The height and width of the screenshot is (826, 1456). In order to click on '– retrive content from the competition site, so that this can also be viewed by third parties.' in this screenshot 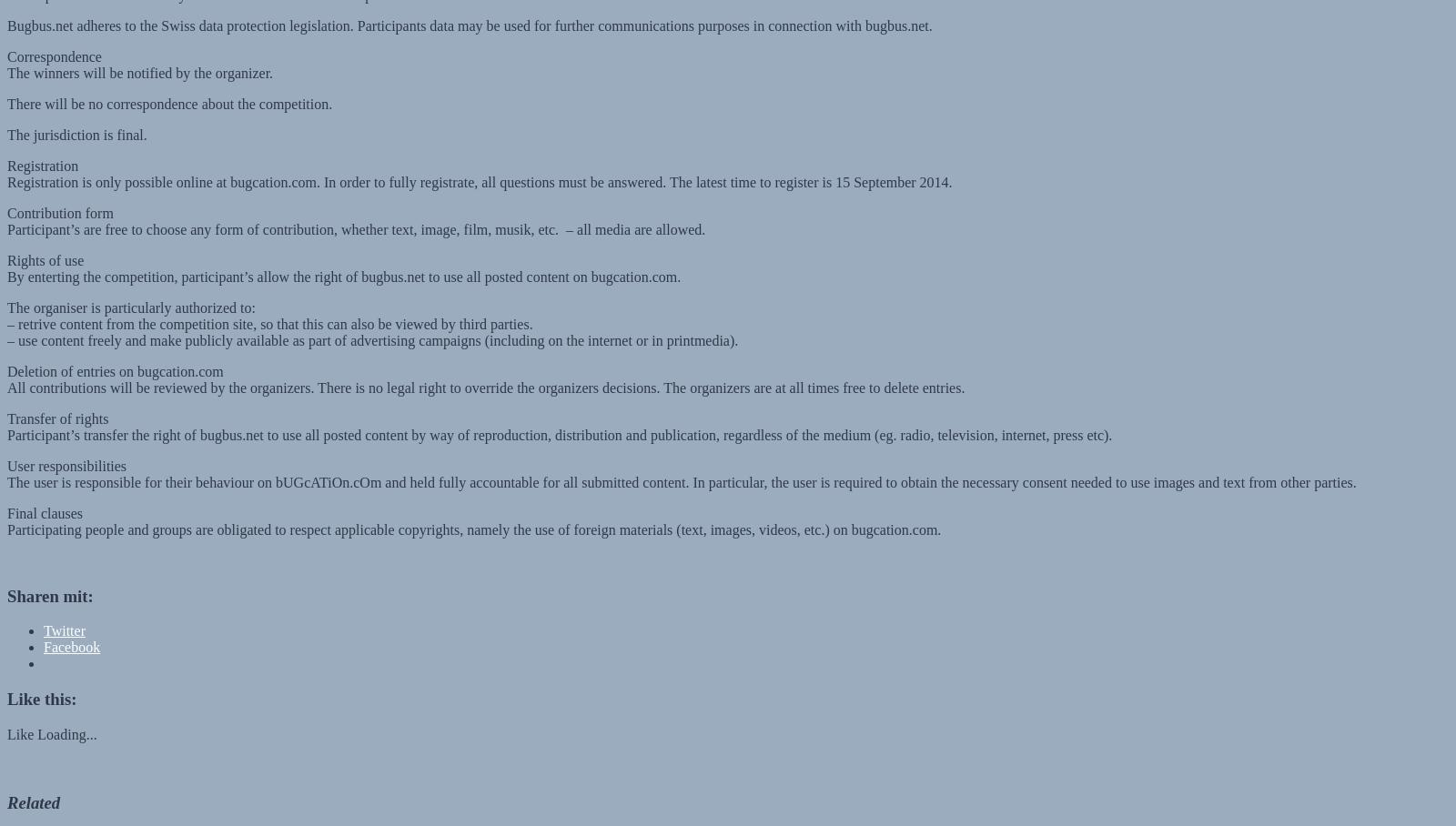, I will do `click(269, 306)`.